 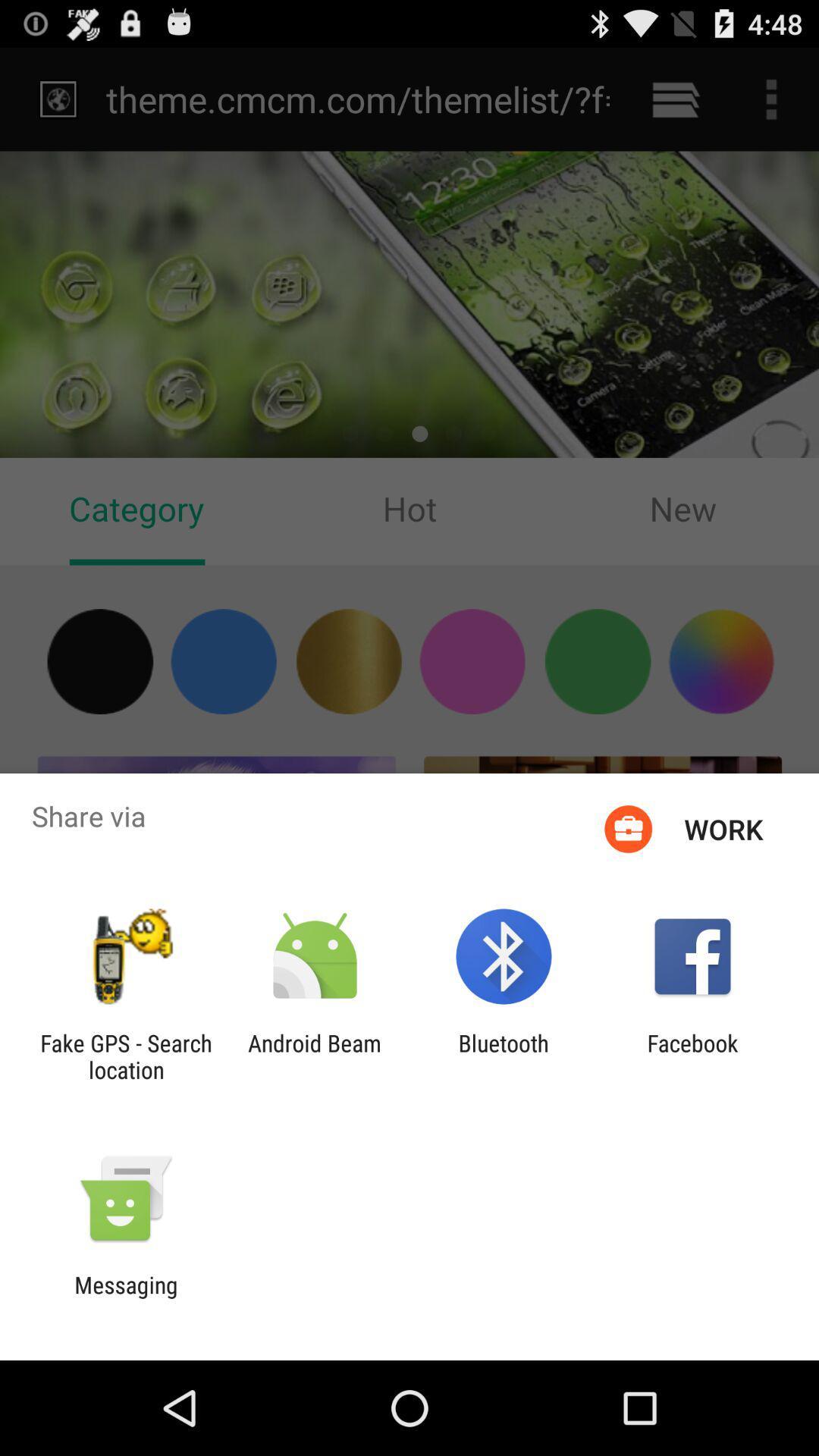 What do you see at coordinates (314, 1056) in the screenshot?
I see `app next to bluetooth item` at bounding box center [314, 1056].